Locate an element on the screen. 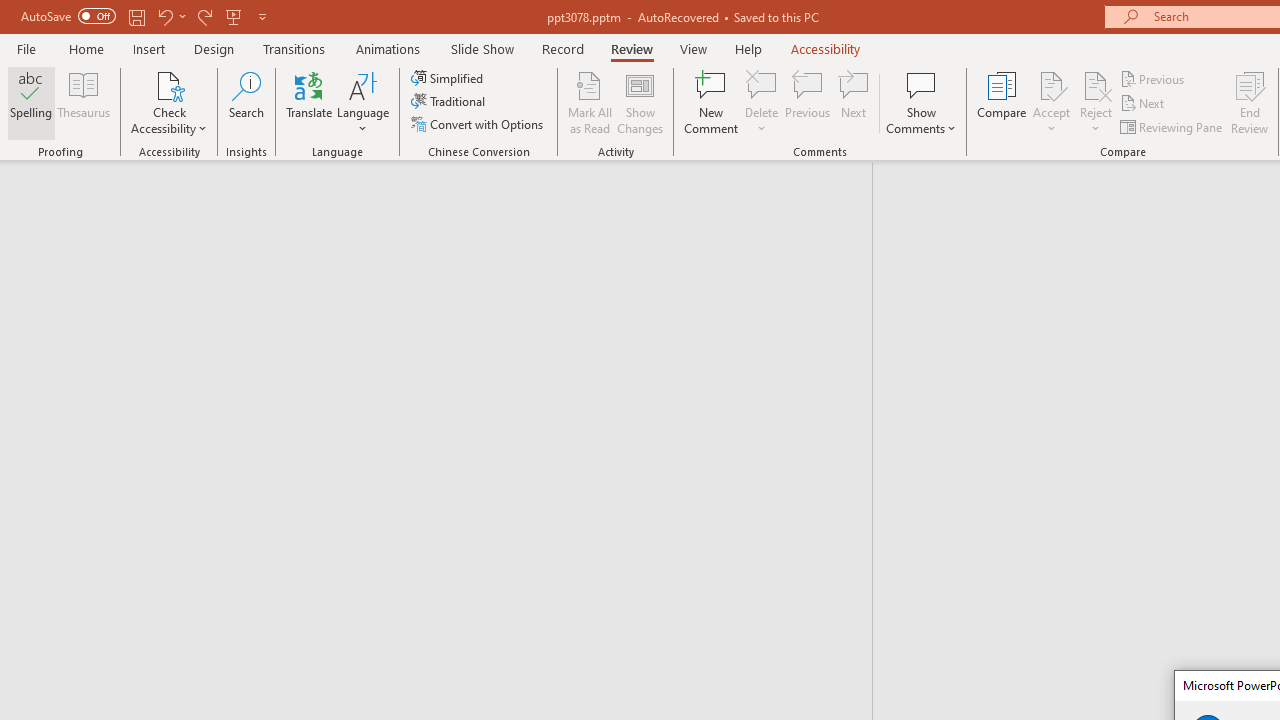 The width and height of the screenshot is (1280, 720). 'Spelling...' is located at coordinates (31, 103).